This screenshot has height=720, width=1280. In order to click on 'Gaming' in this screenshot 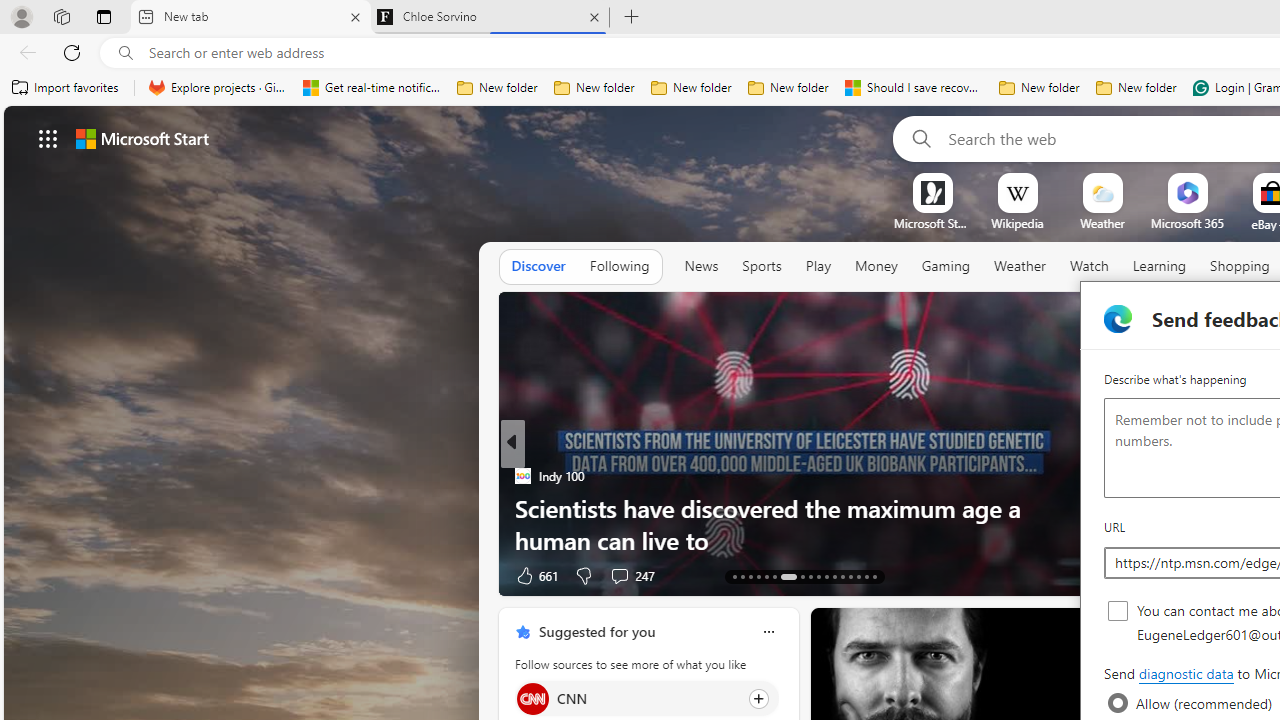, I will do `click(944, 266)`.